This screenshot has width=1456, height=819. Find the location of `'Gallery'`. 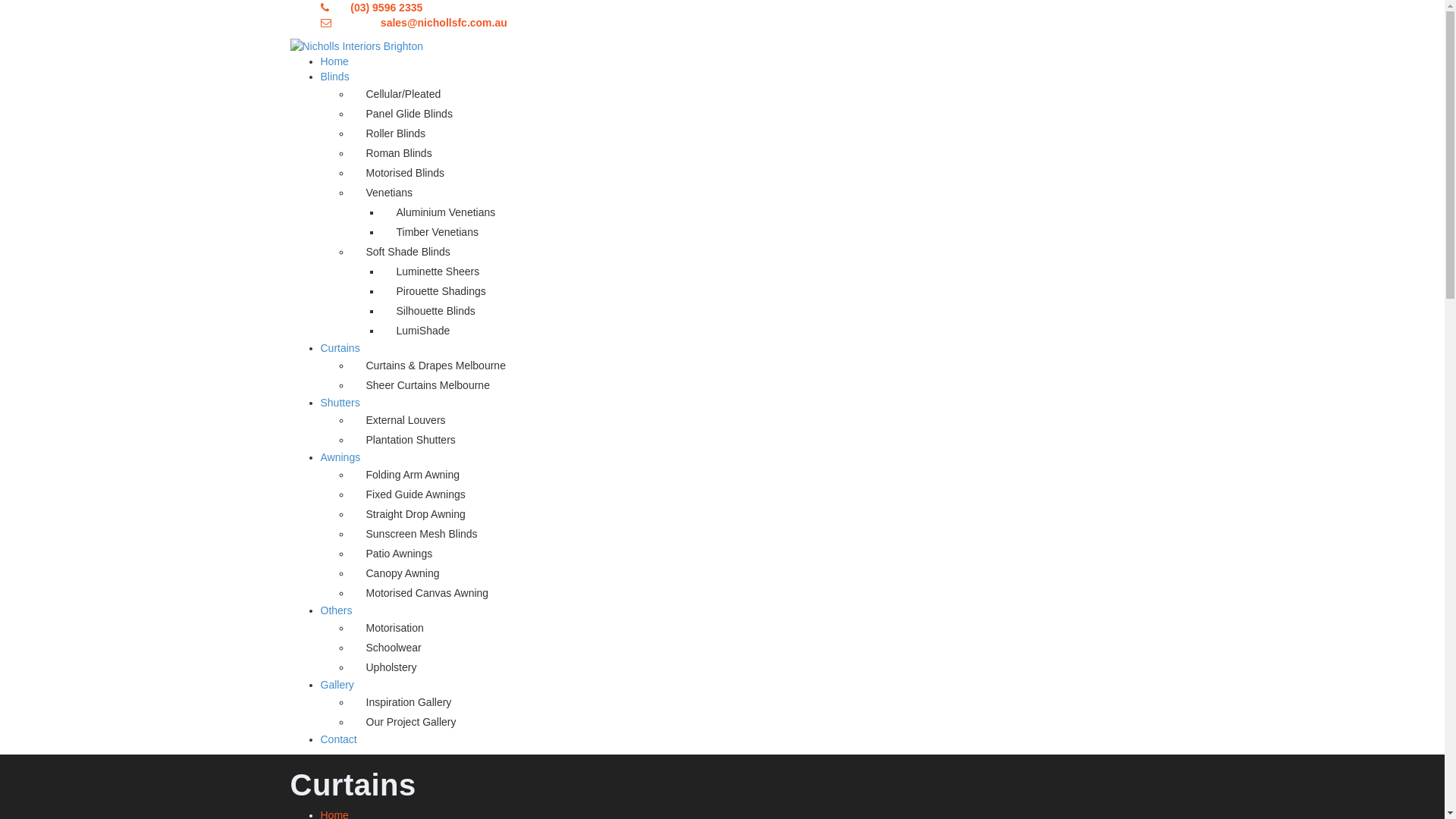

'Gallery' is located at coordinates (319, 684).